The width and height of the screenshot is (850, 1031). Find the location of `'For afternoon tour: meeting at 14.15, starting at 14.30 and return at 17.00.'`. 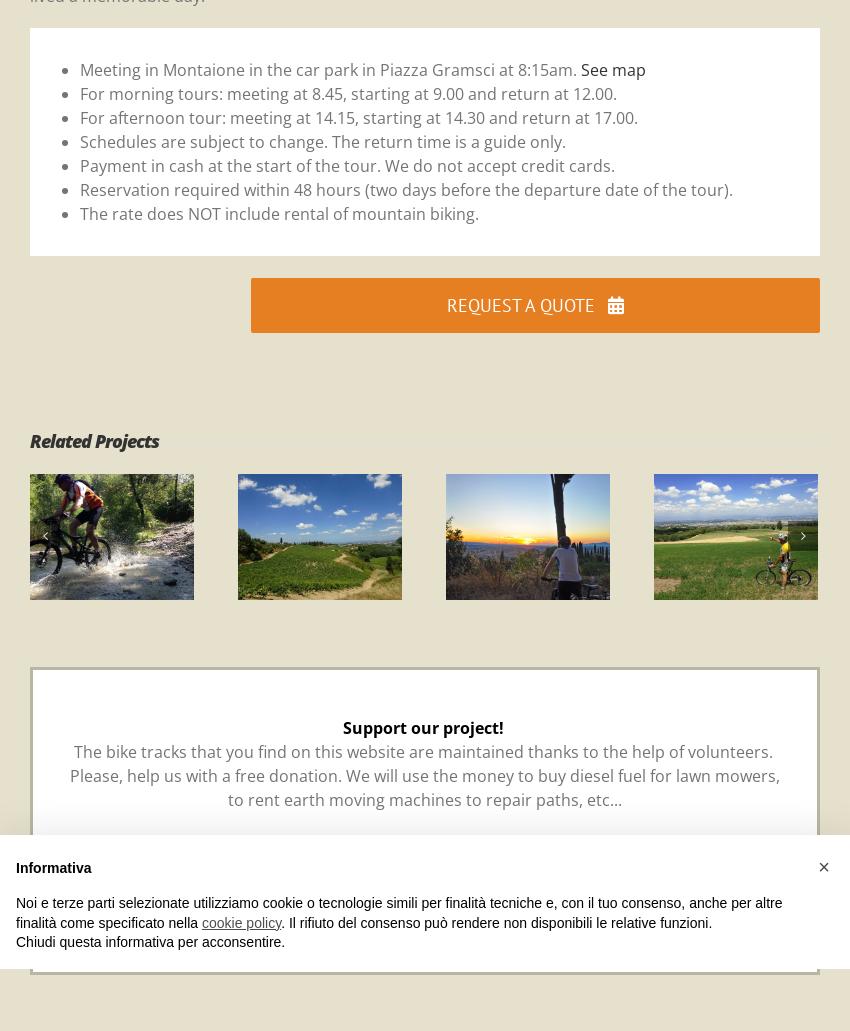

'For afternoon tour: meeting at 14.15, starting at 14.30 and return at 17.00.' is located at coordinates (358, 117).